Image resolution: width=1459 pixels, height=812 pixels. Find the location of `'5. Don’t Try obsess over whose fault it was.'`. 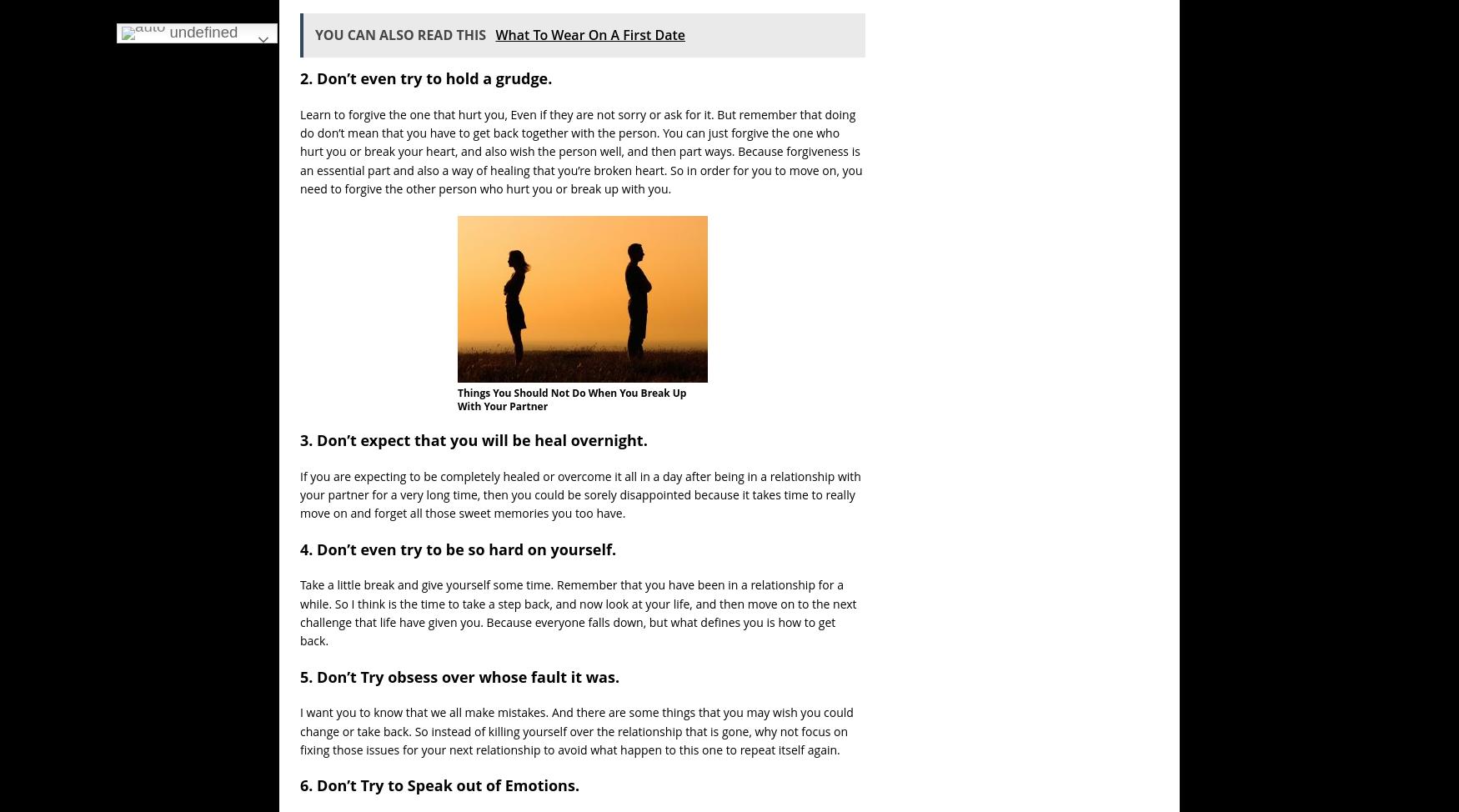

'5. Don’t Try obsess over whose fault it was.' is located at coordinates (459, 674).